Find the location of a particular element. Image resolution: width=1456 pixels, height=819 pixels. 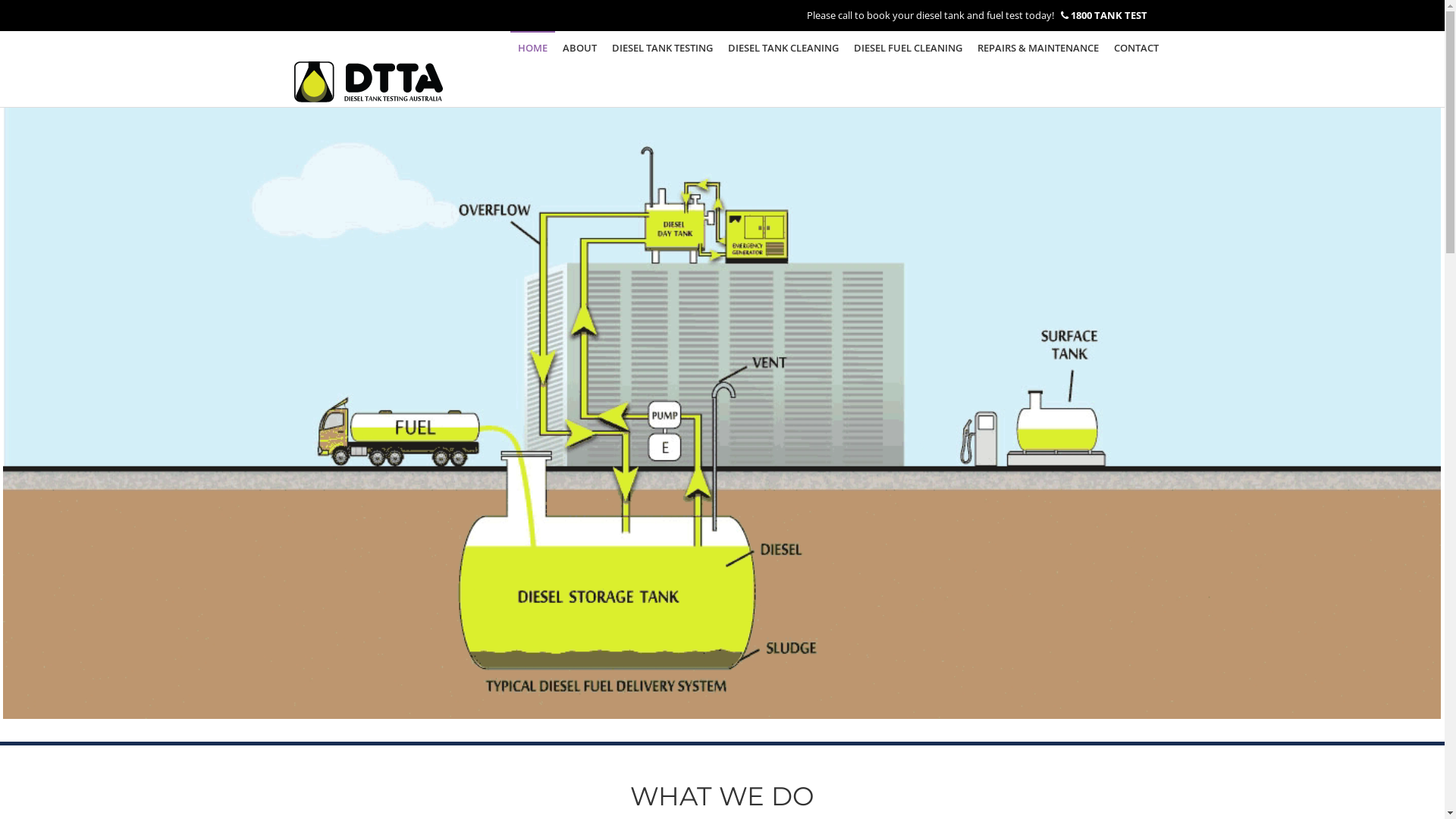

'Diesel Tank Testing Australia' is located at coordinates (279, 69).